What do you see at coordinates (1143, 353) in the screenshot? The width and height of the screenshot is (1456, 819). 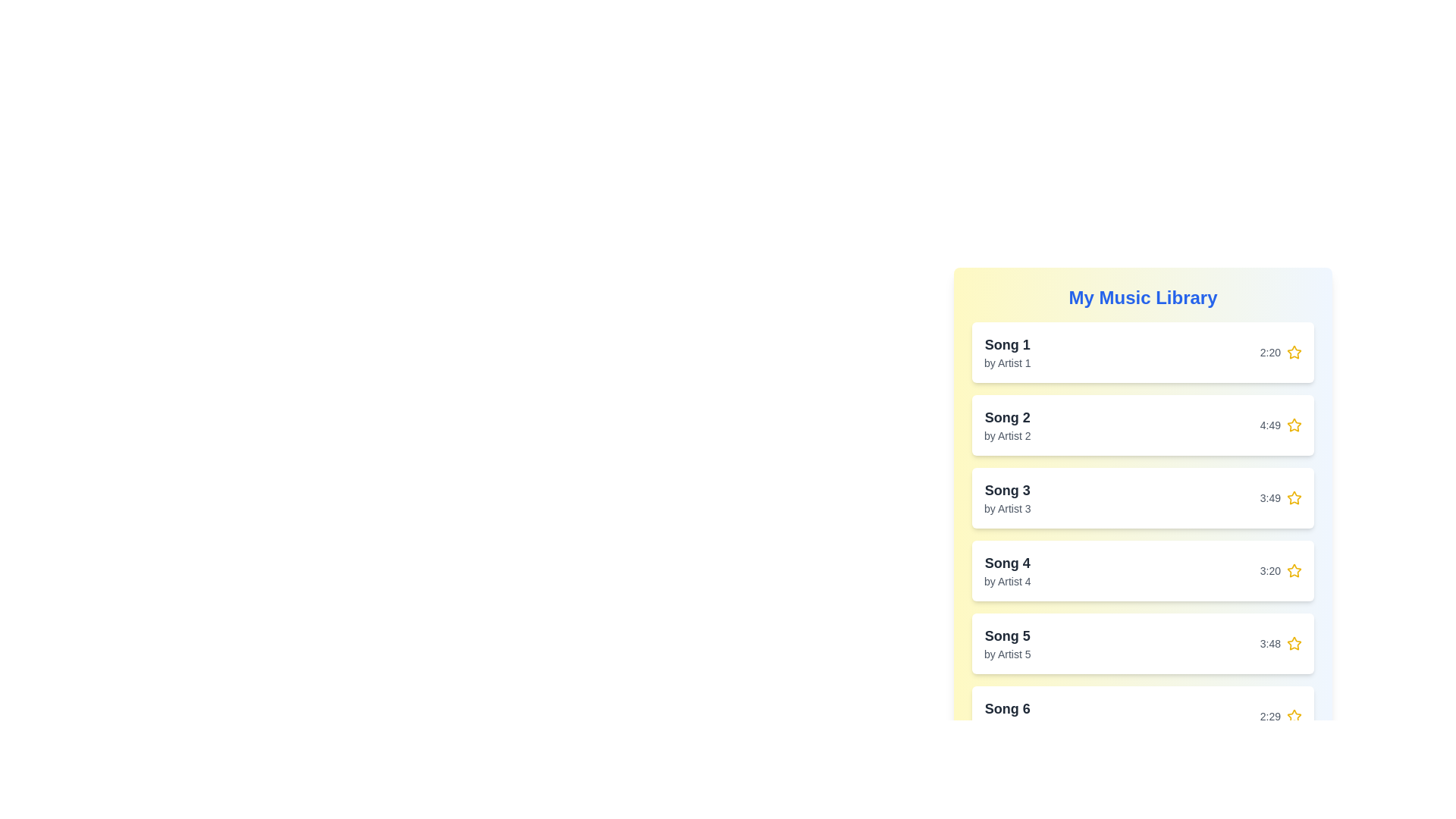 I see `the List item card titled 'Song 1' with the subtitle 'by Artist 1' and the duration '2:20' on the right, which is the first card in the vertical music list` at bounding box center [1143, 353].